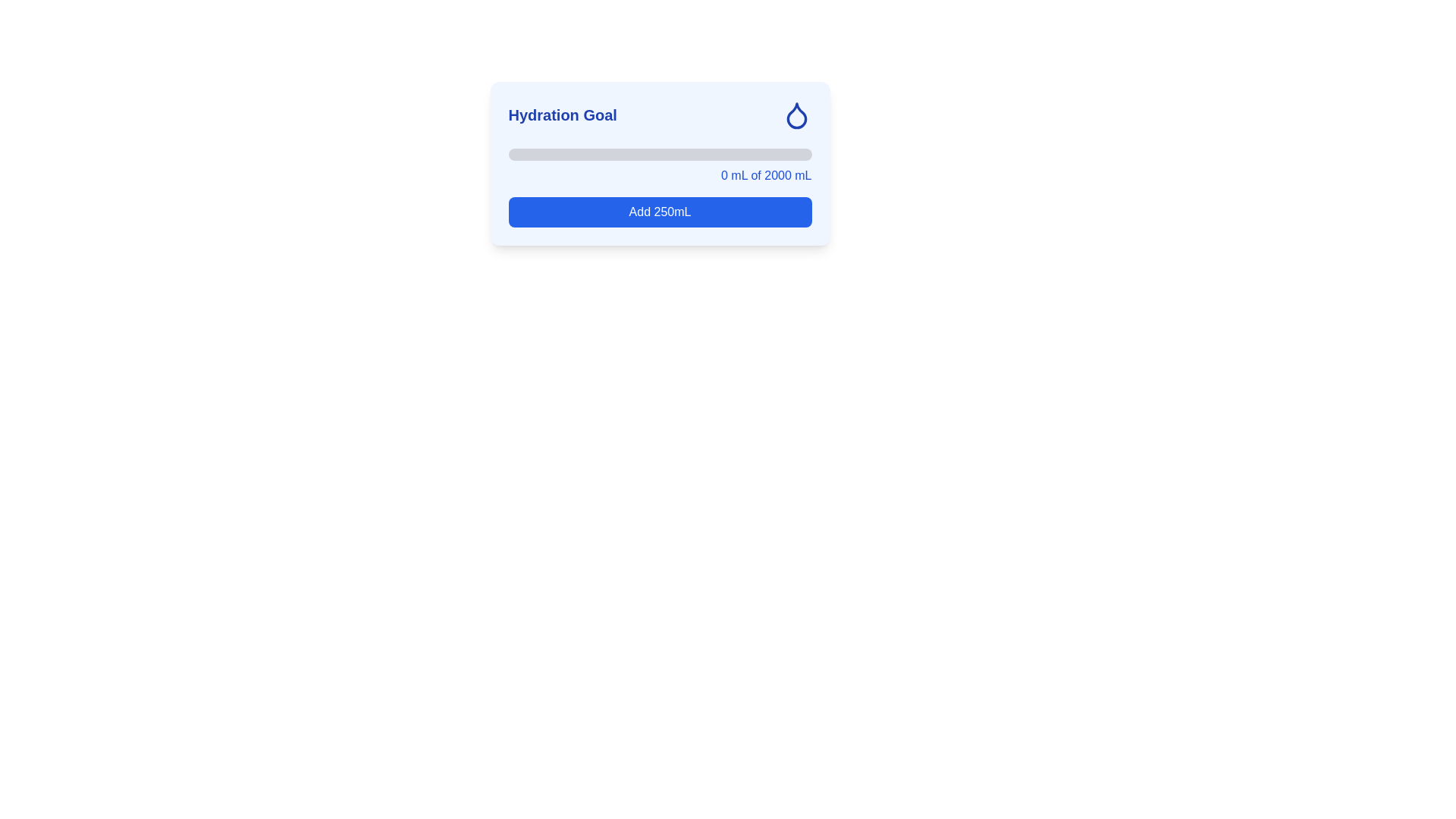 This screenshot has height=819, width=1456. What do you see at coordinates (660, 166) in the screenshot?
I see `the progress bar displaying '0 mL of 2000 mL' within the 'Hydration Goal' card` at bounding box center [660, 166].